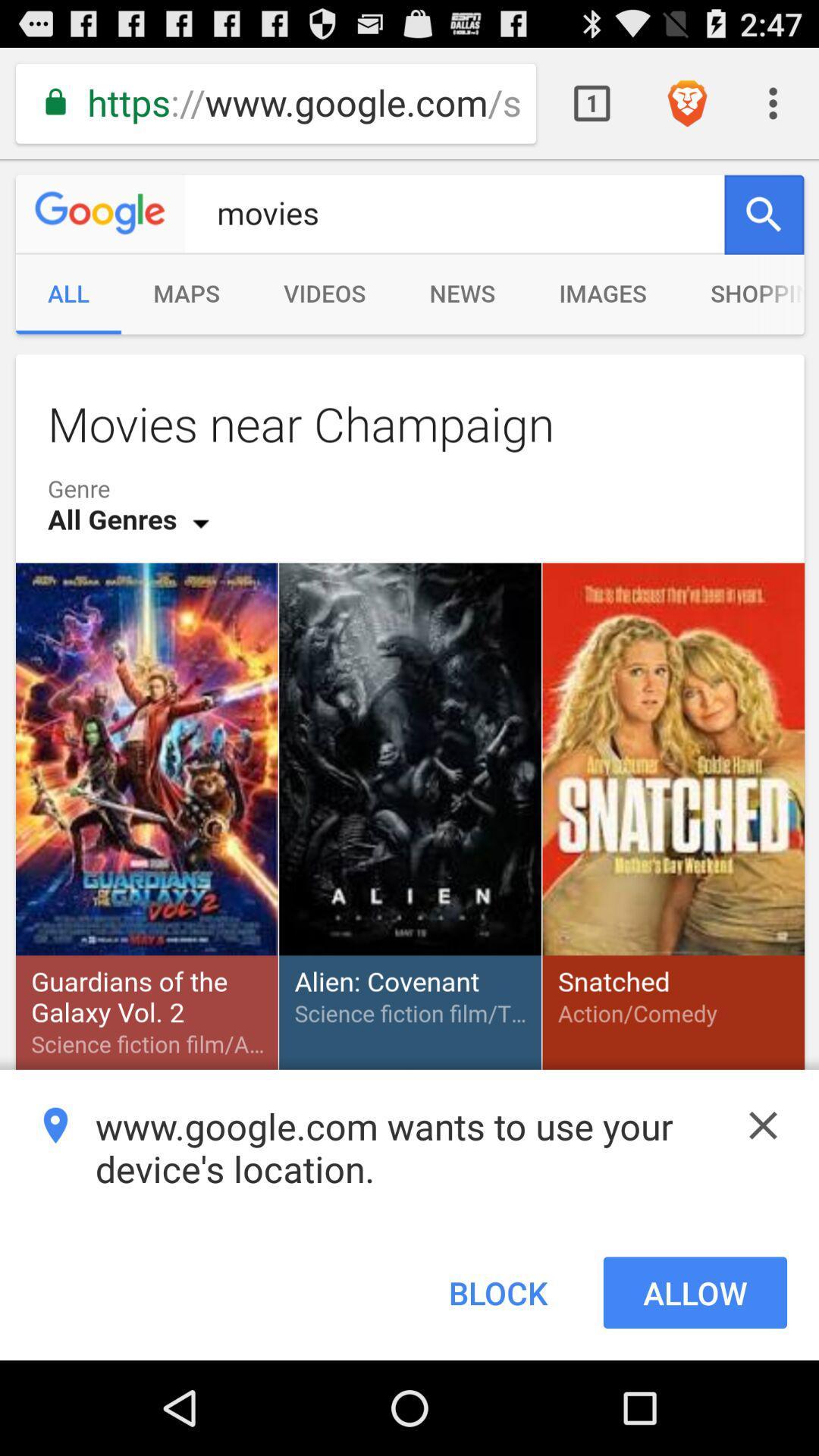 The height and width of the screenshot is (1456, 819). I want to click on the close icon, so click(763, 1203).